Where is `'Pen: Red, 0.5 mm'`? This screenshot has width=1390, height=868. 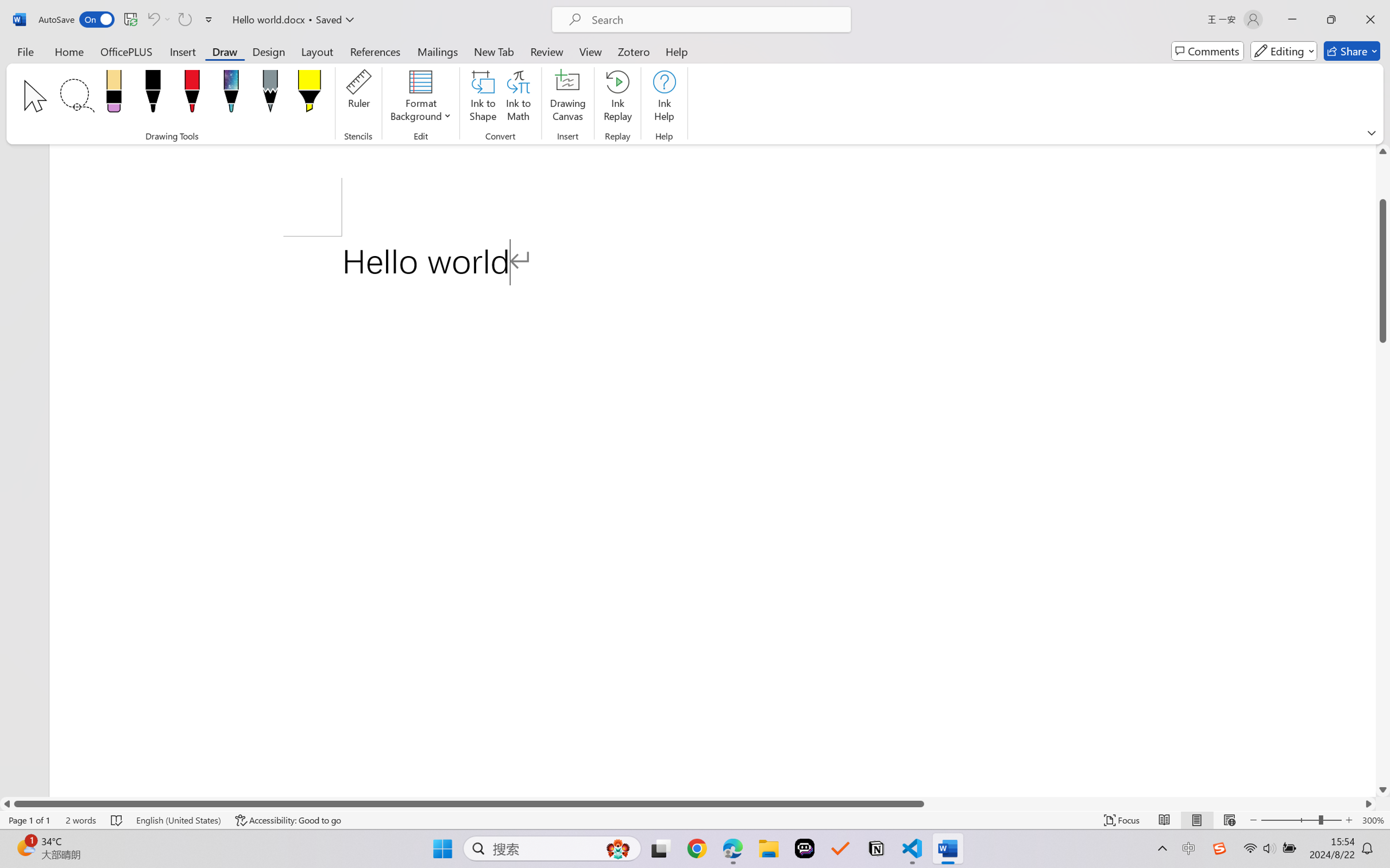 'Pen: Red, 0.5 mm' is located at coordinates (191, 94).